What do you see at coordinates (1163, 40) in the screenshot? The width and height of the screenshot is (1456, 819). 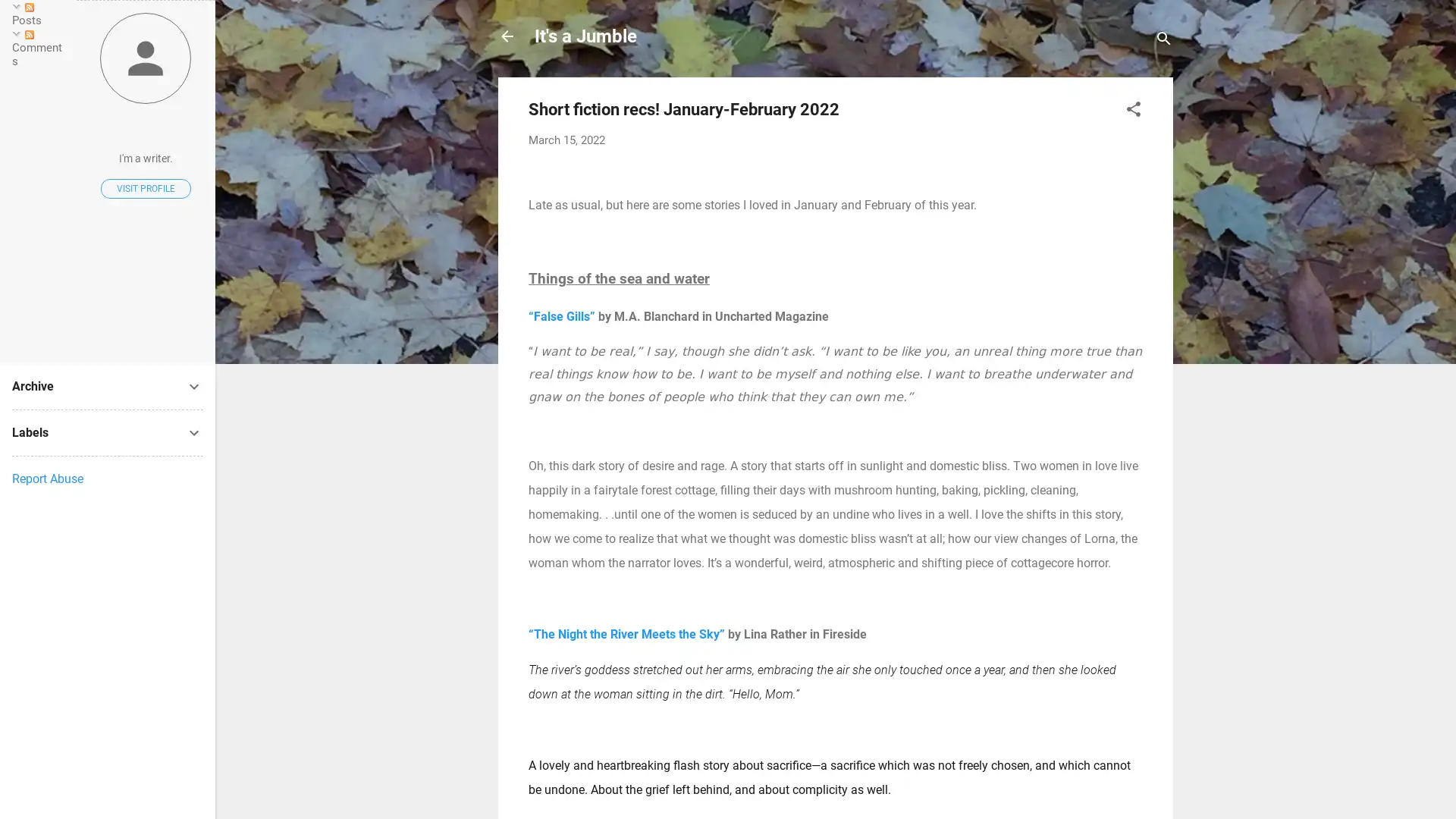 I see `Search` at bounding box center [1163, 40].